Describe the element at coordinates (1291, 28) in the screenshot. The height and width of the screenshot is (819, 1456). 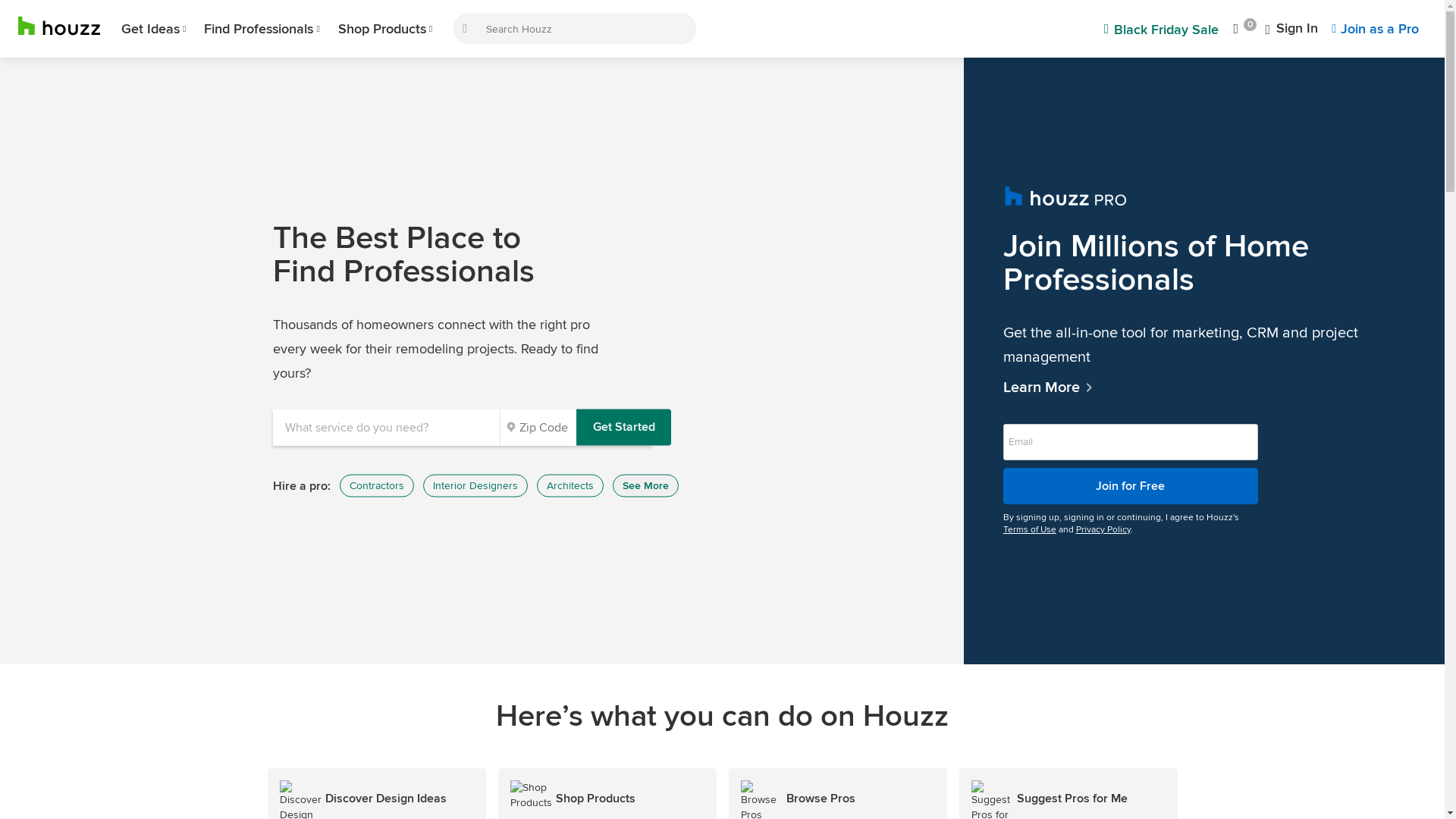
I see `'Sign In'` at that location.